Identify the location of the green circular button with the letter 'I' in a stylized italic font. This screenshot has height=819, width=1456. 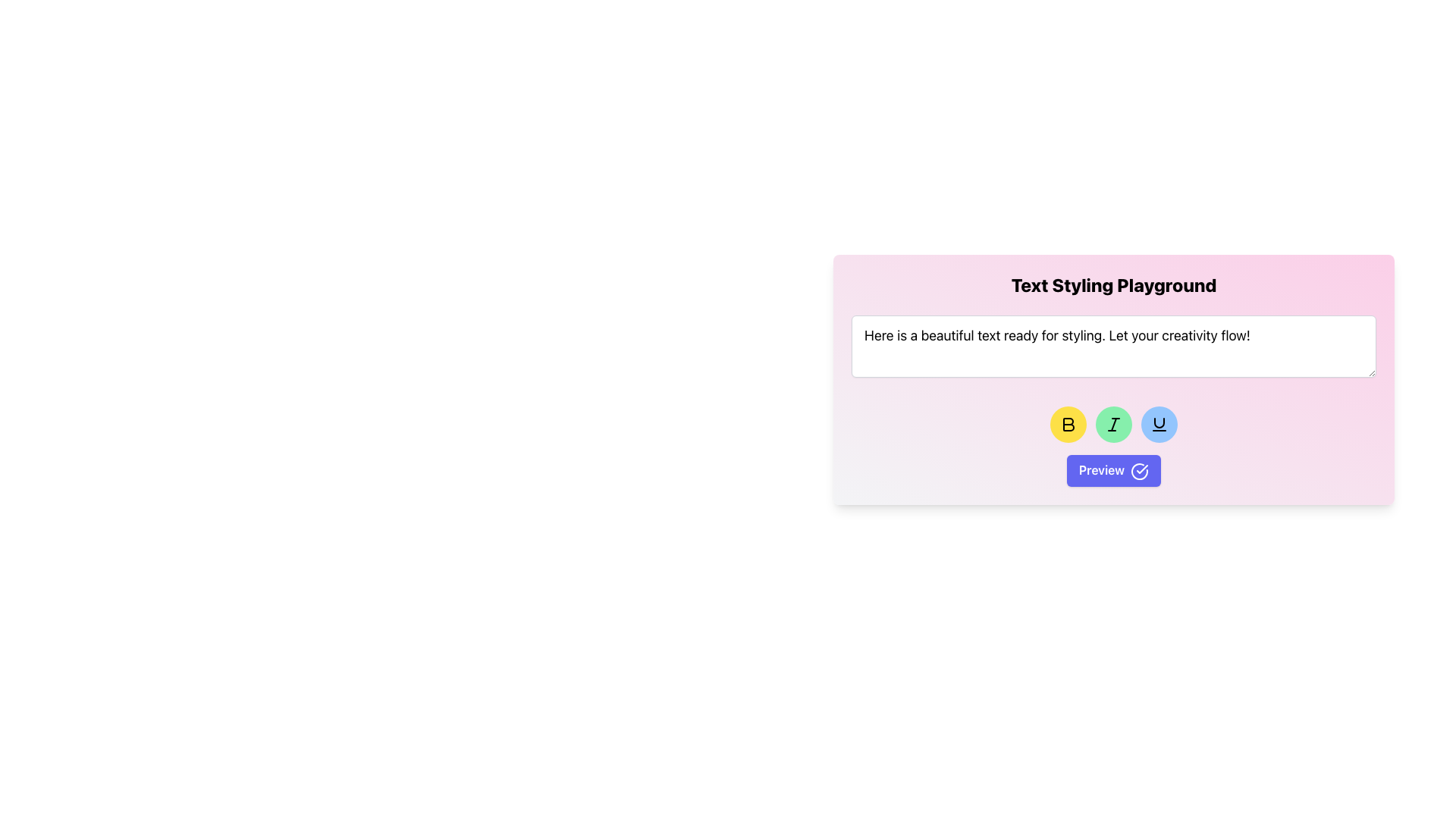
(1113, 424).